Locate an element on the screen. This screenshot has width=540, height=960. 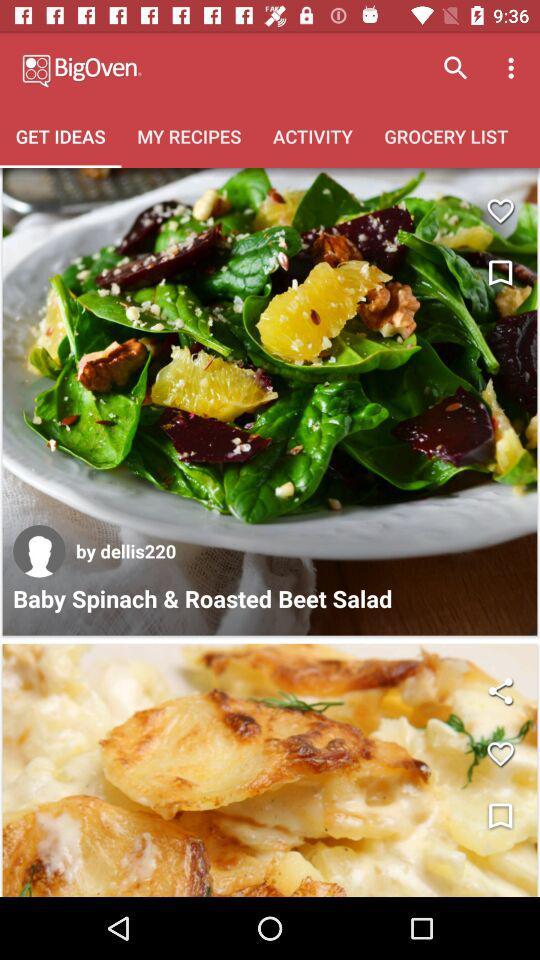
icon above grocery list item is located at coordinates (513, 68).